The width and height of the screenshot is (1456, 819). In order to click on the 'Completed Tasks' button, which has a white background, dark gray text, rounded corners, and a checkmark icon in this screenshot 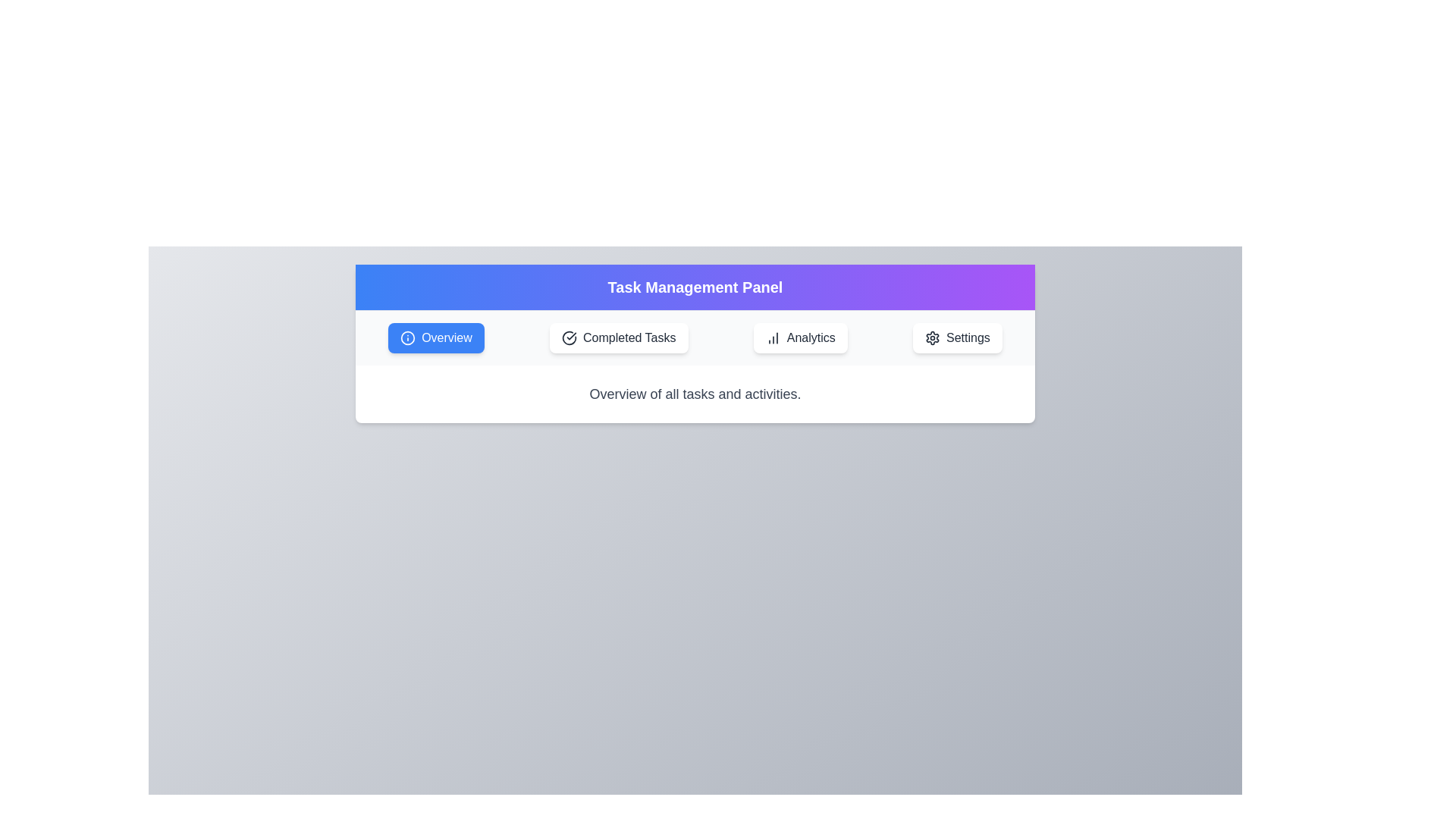, I will do `click(619, 337)`.